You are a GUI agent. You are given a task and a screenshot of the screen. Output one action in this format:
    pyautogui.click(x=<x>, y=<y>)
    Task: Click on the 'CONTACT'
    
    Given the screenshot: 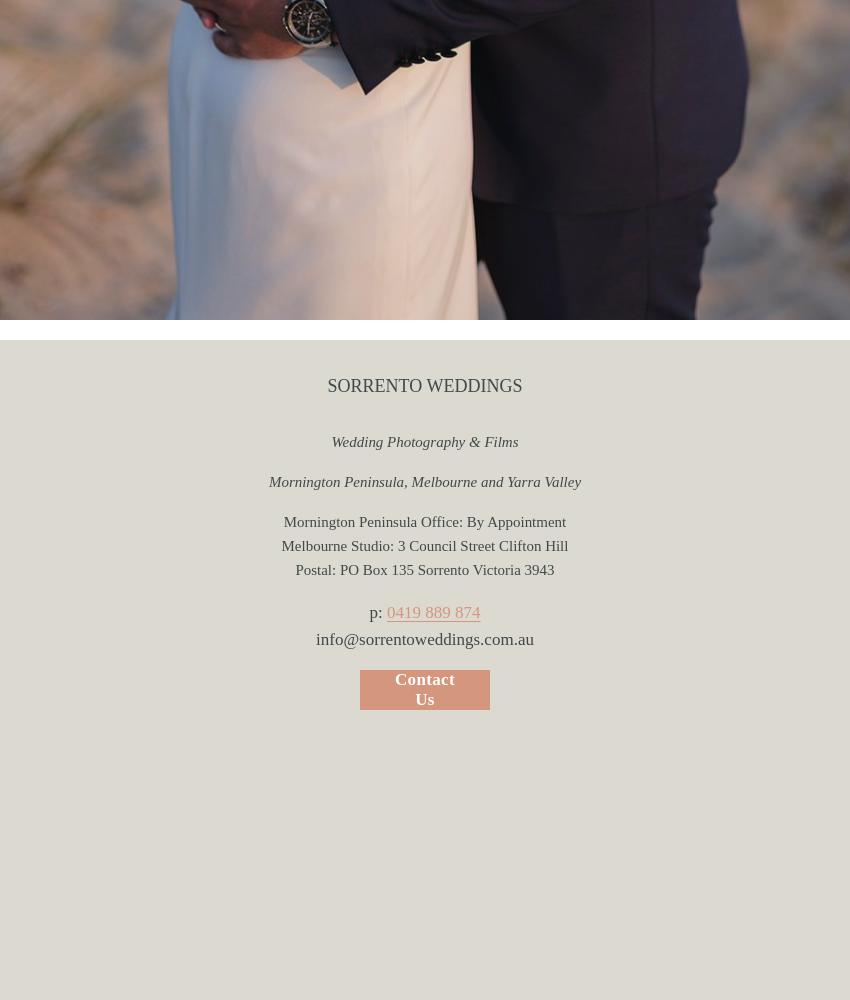 What is the action you would take?
    pyautogui.click(x=424, y=296)
    